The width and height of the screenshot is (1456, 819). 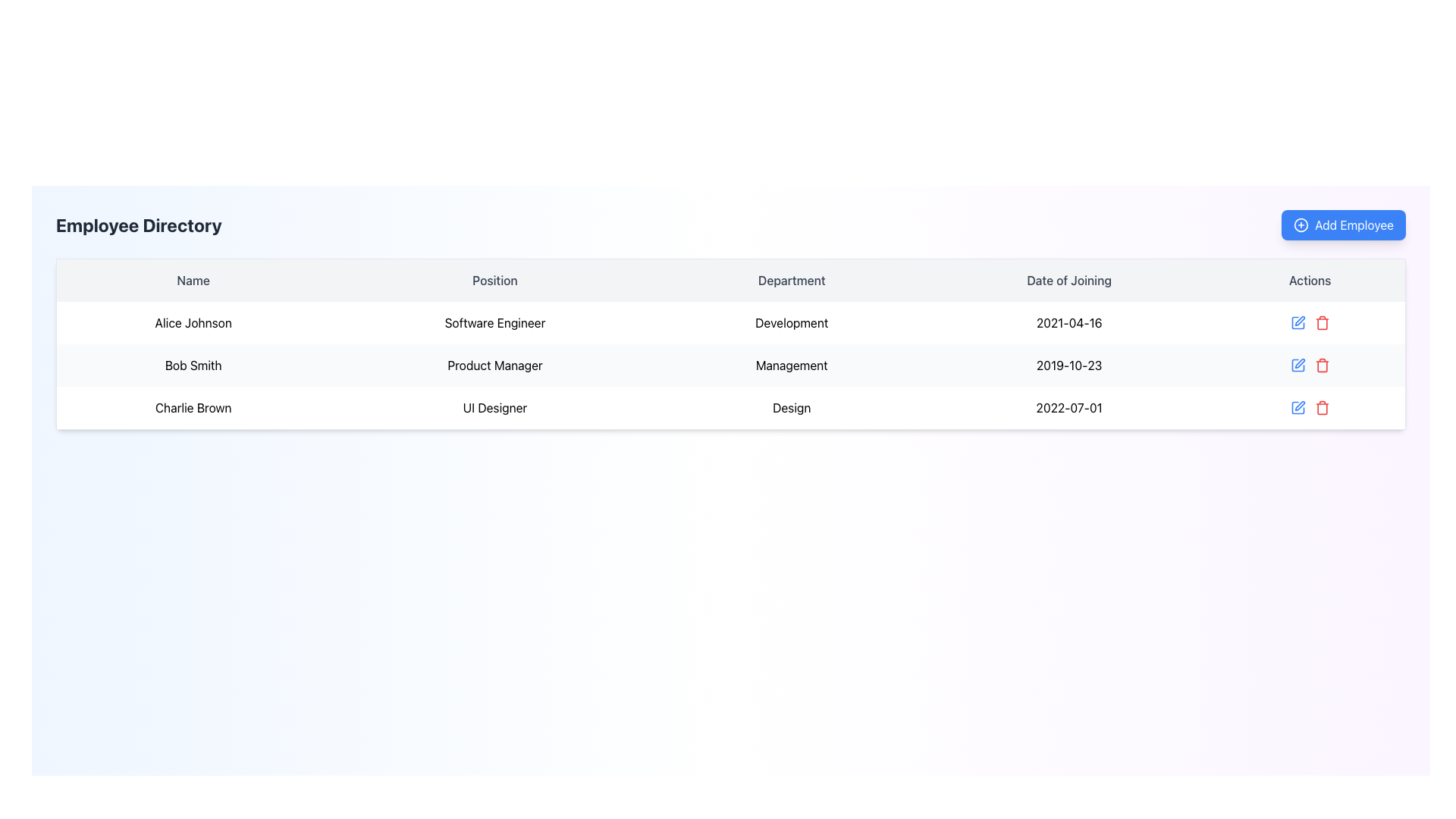 What do you see at coordinates (192, 407) in the screenshot?
I see `the text label identifying 'Charlie Brown' in the employee directory, which is the first cell in the third row of the table` at bounding box center [192, 407].